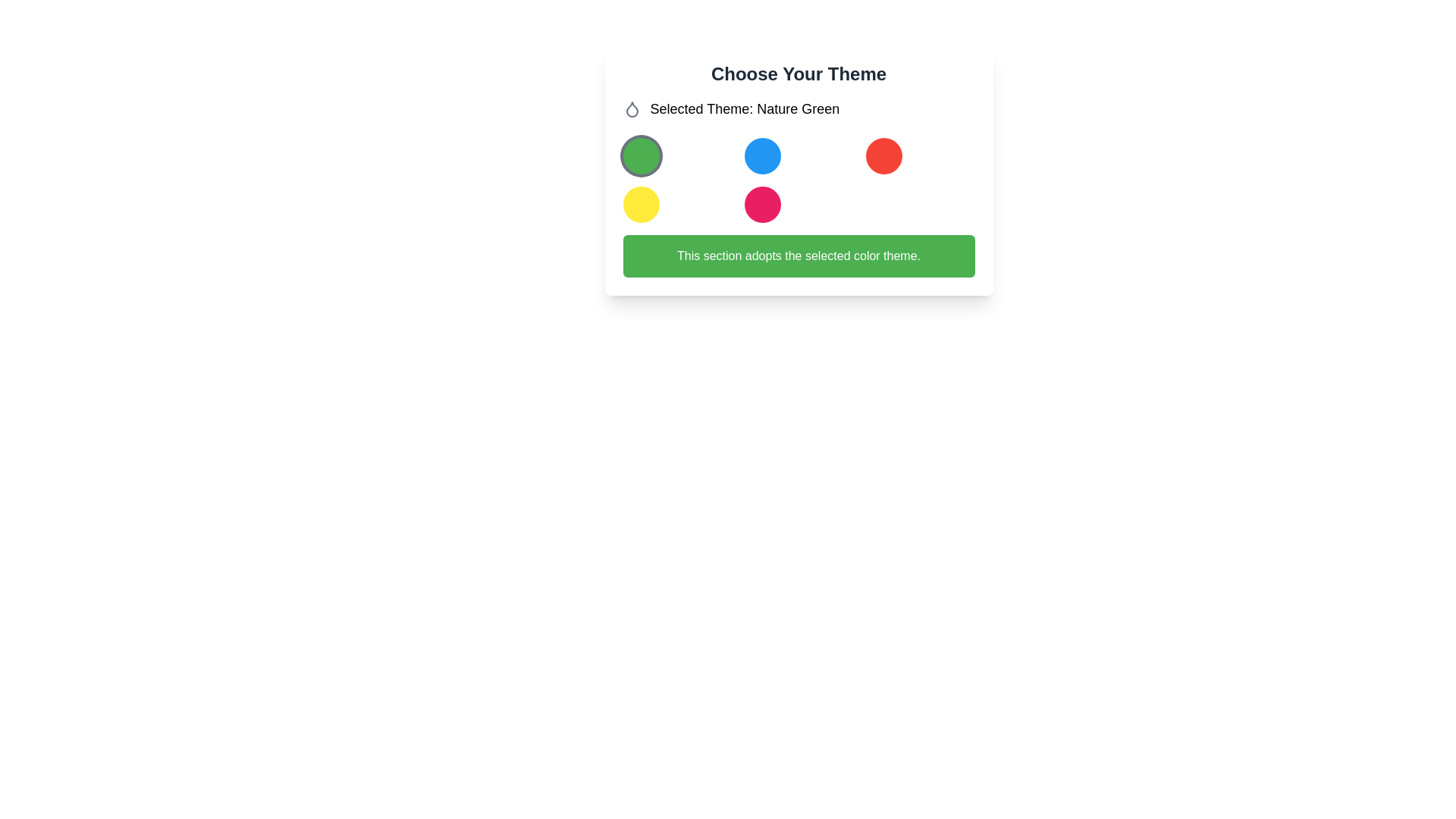 The width and height of the screenshot is (1456, 819). What do you see at coordinates (798, 74) in the screenshot?
I see `the Text Label that serves as a title or section heading for selecting a theme, located at the top of a white card layout` at bounding box center [798, 74].